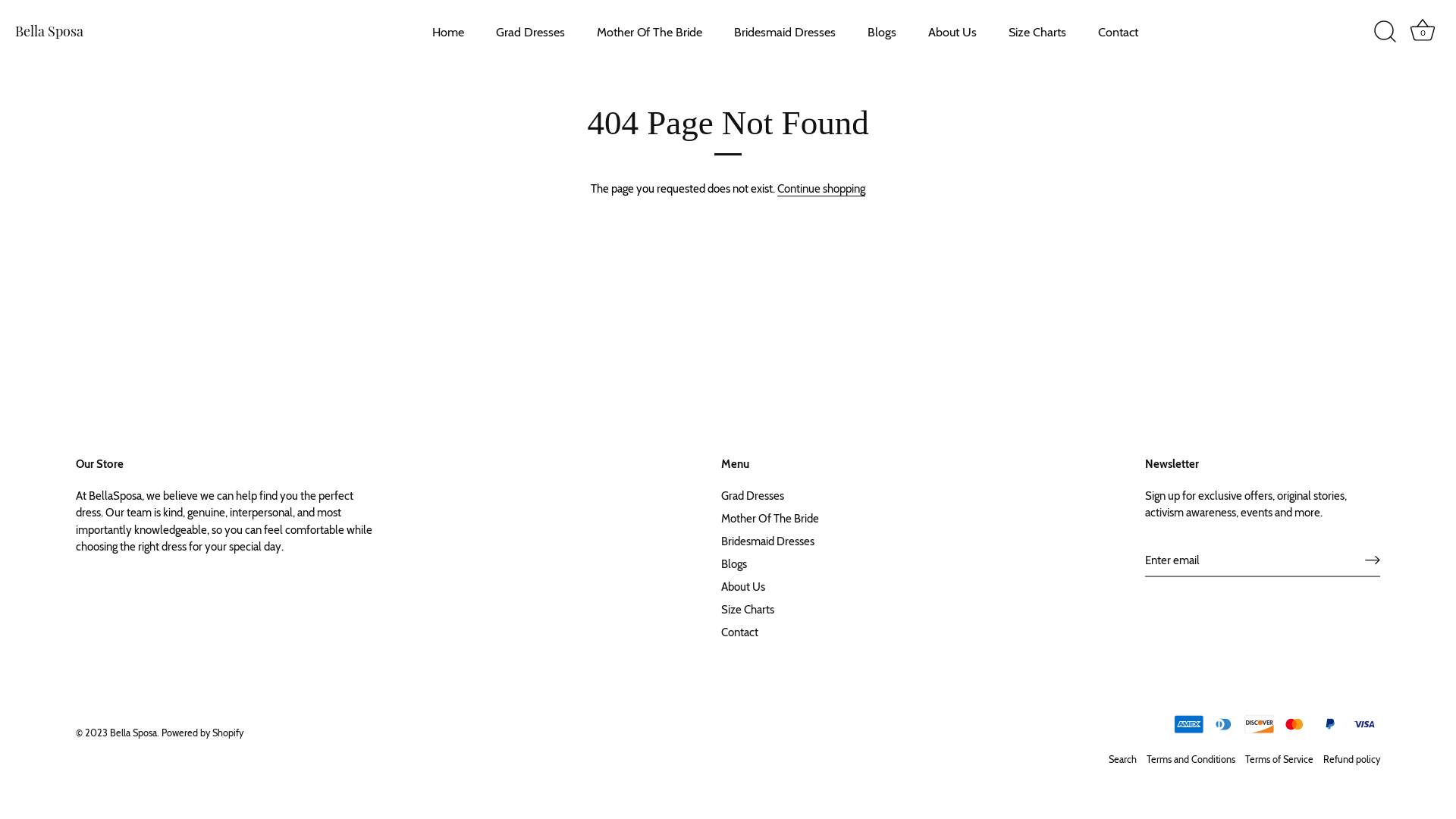  I want to click on 'Bella Sposa', so click(108, 31).